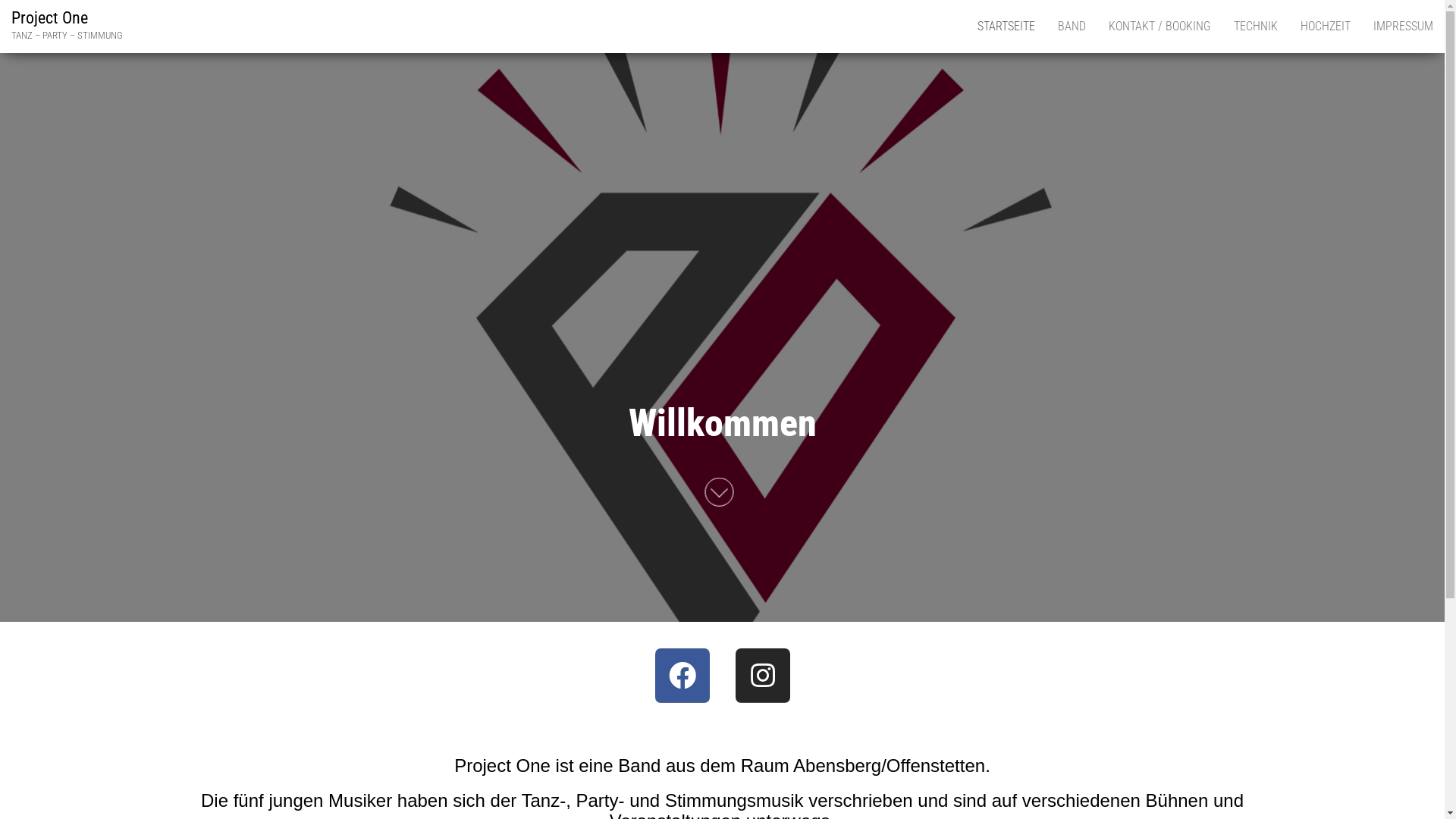  I want to click on 'IMPRESSUM', so click(1402, 26).